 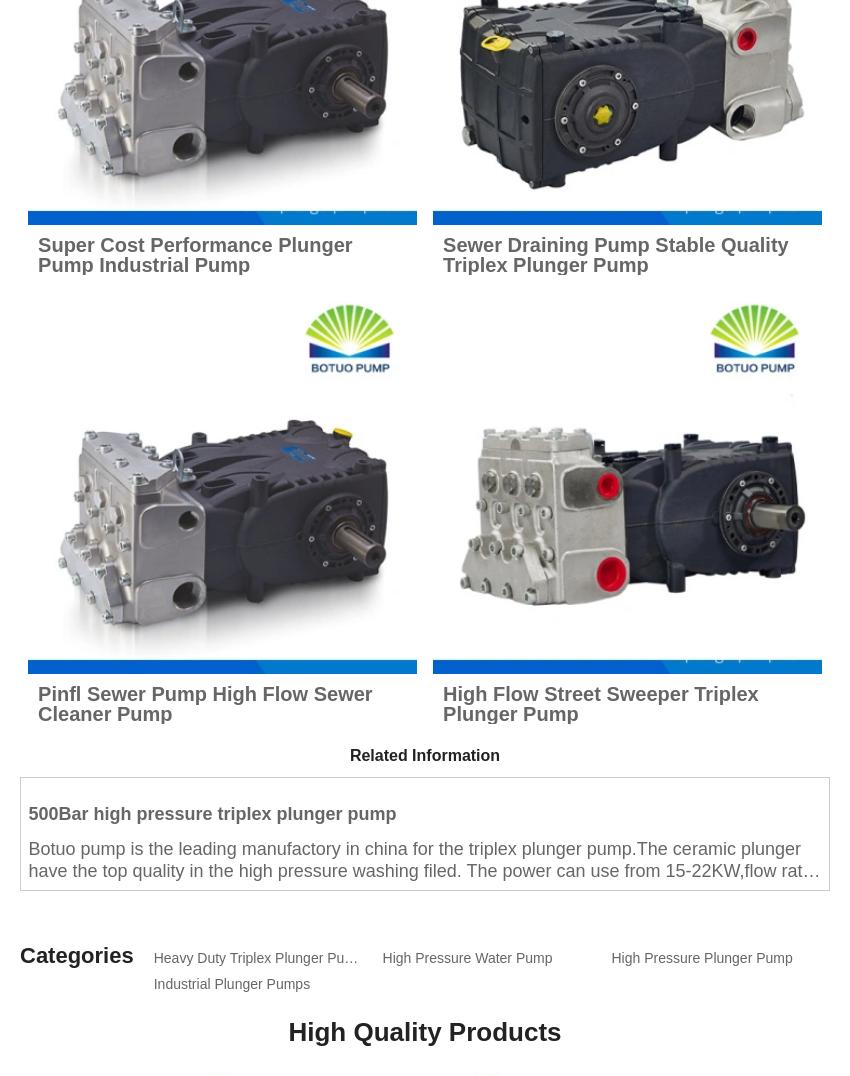 I want to click on 'High Quality Products', so click(x=424, y=1030).